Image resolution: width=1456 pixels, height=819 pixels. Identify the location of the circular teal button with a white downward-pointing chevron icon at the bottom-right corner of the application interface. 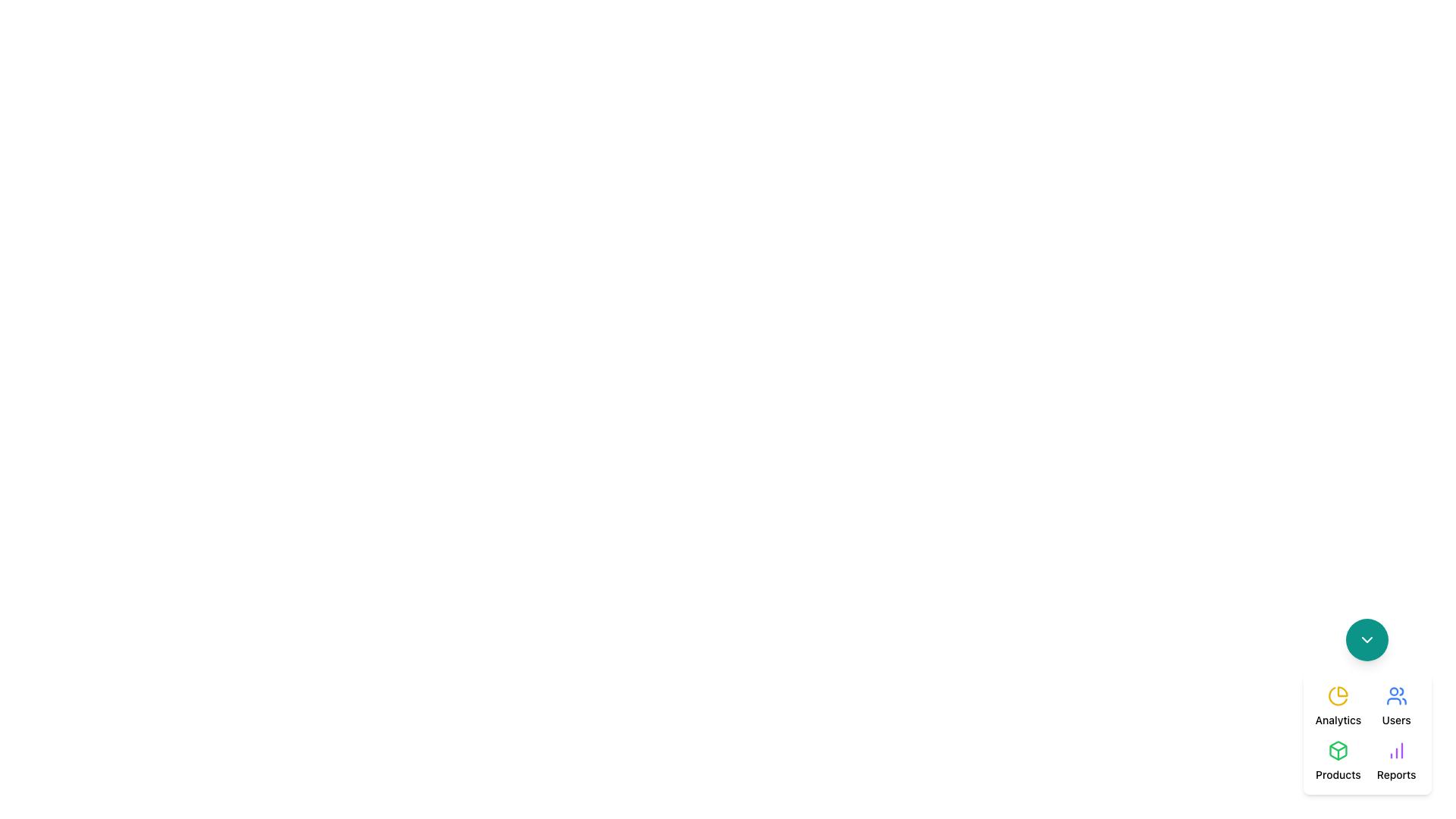
(1367, 640).